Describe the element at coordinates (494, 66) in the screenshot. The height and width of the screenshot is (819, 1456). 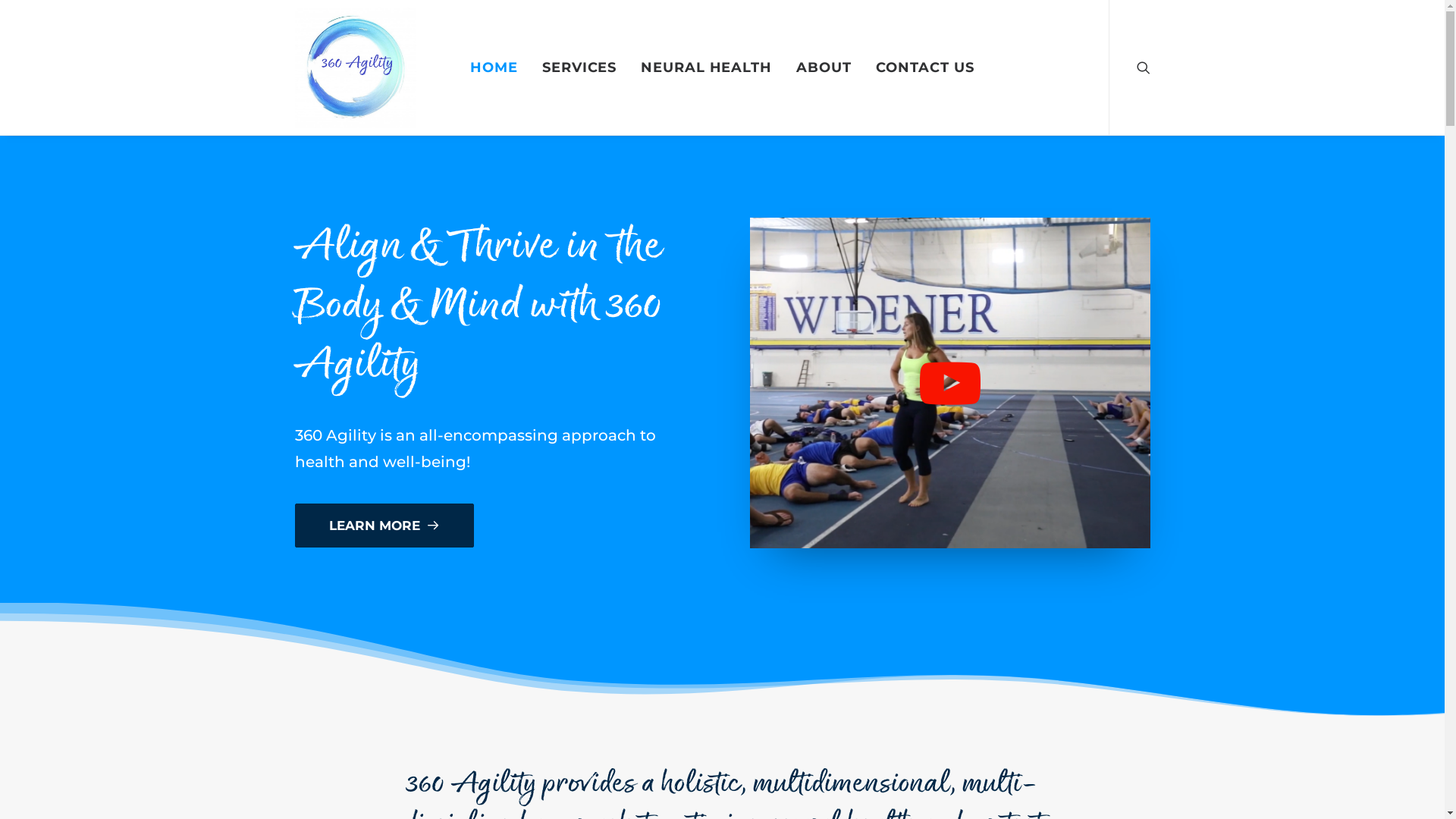
I see `'HOME'` at that location.